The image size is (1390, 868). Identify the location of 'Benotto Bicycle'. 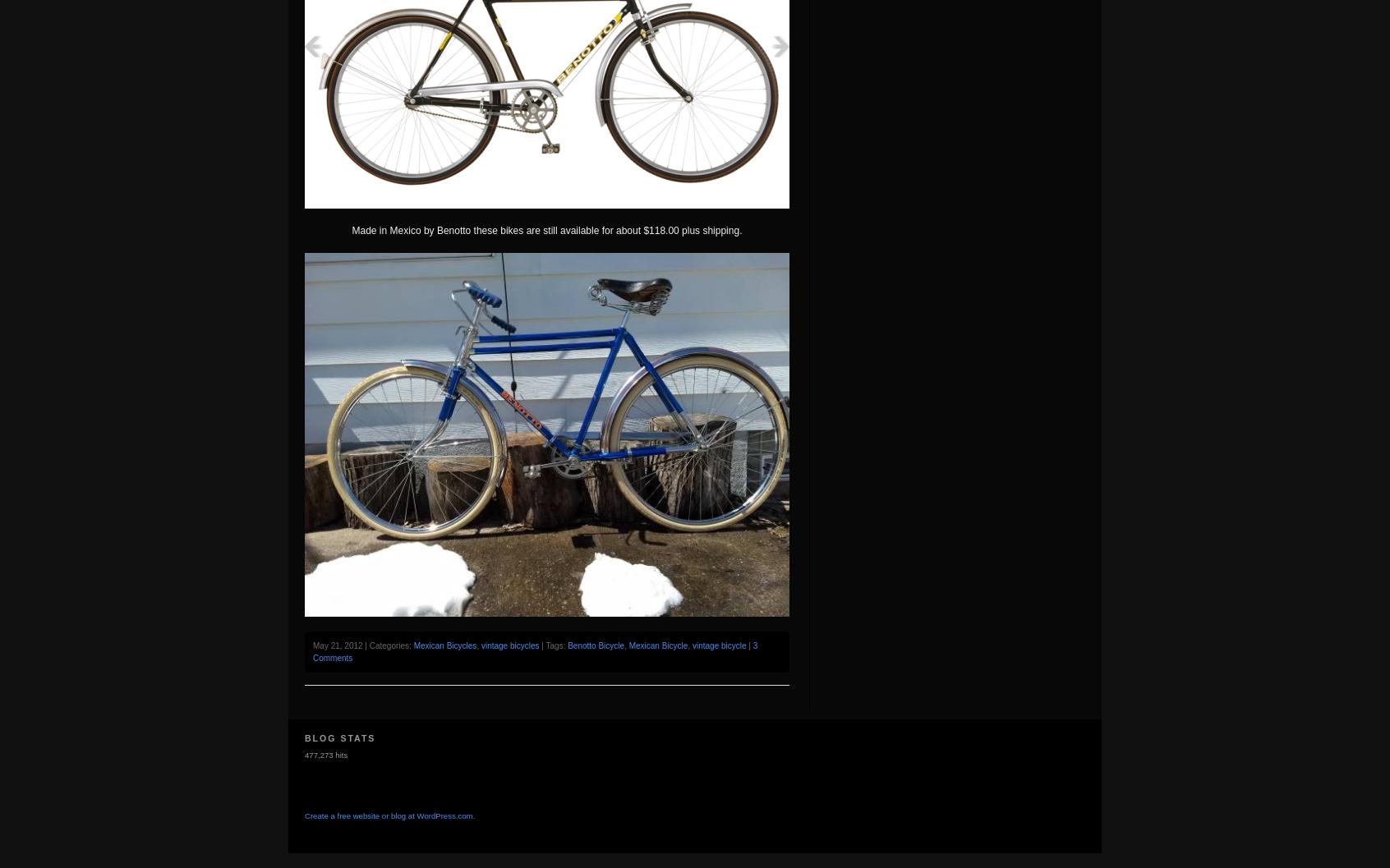
(595, 645).